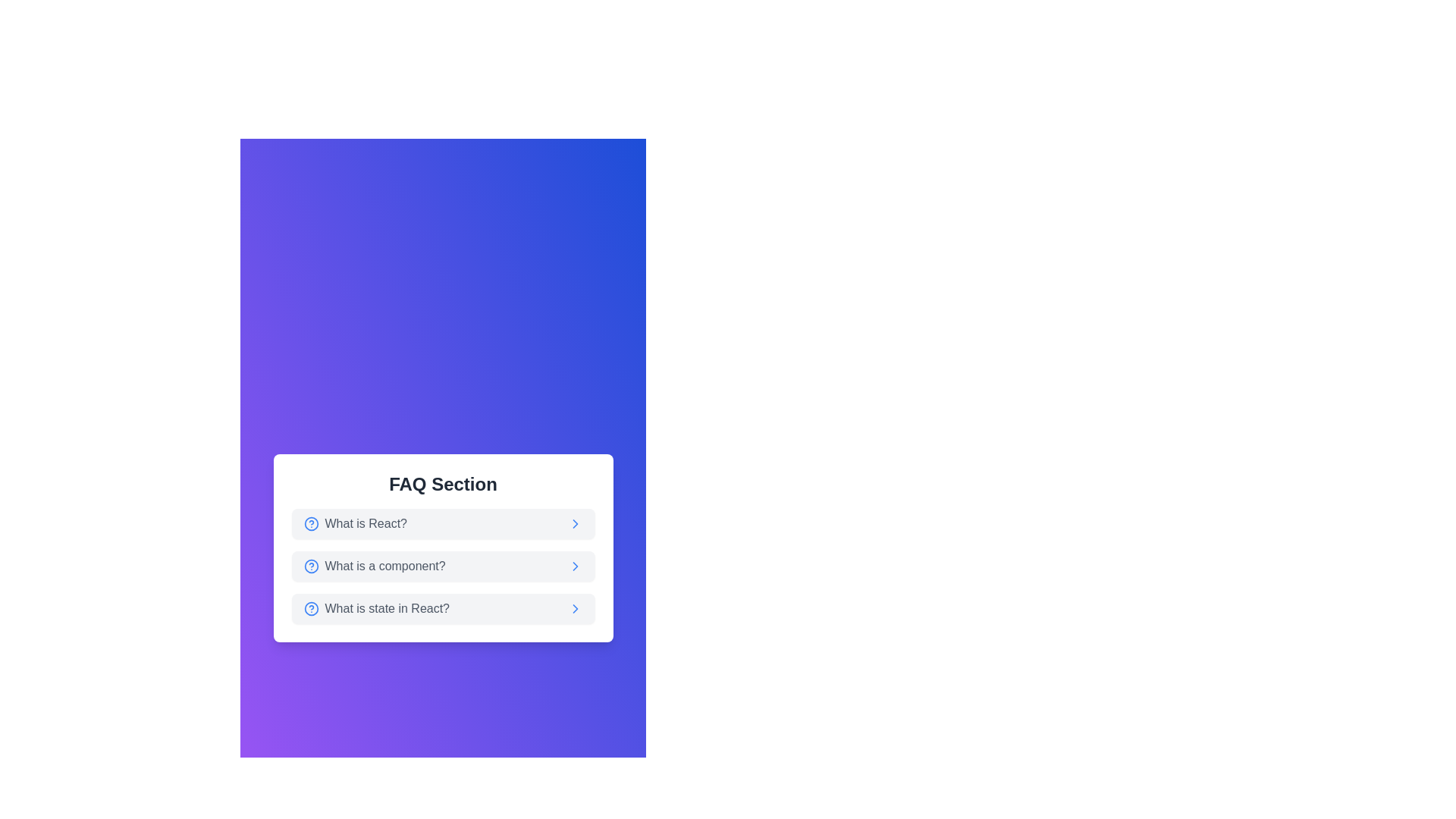 This screenshot has height=819, width=1456. Describe the element at coordinates (310, 566) in the screenshot. I see `the blue circular icon with a question mark inside, located at the leftmost side of the row containing the text 'What is a component?' in the FAQ Section` at that location.